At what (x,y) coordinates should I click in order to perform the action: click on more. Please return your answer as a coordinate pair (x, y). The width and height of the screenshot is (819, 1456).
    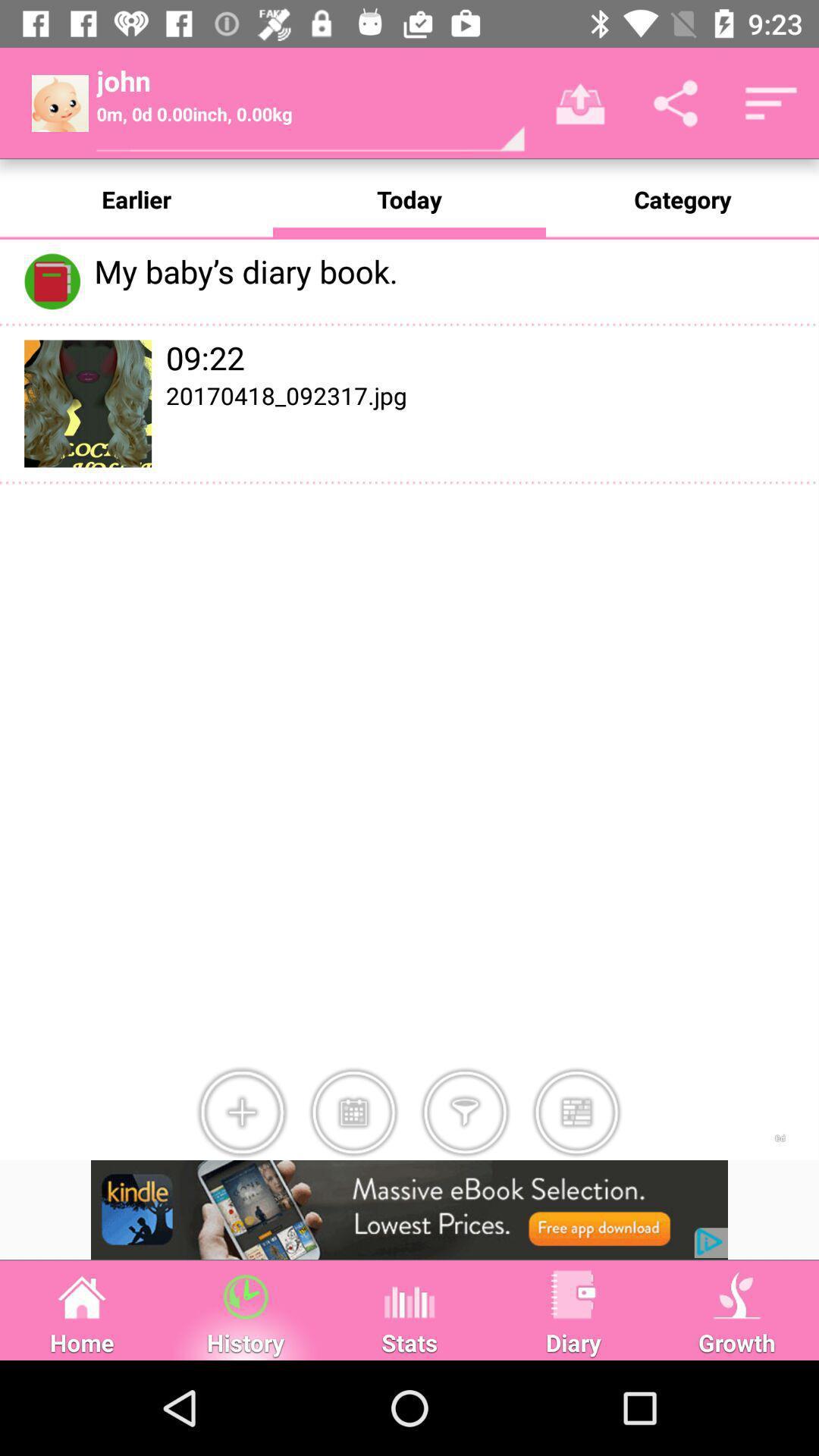
    Looking at the image, I should click on (241, 1112).